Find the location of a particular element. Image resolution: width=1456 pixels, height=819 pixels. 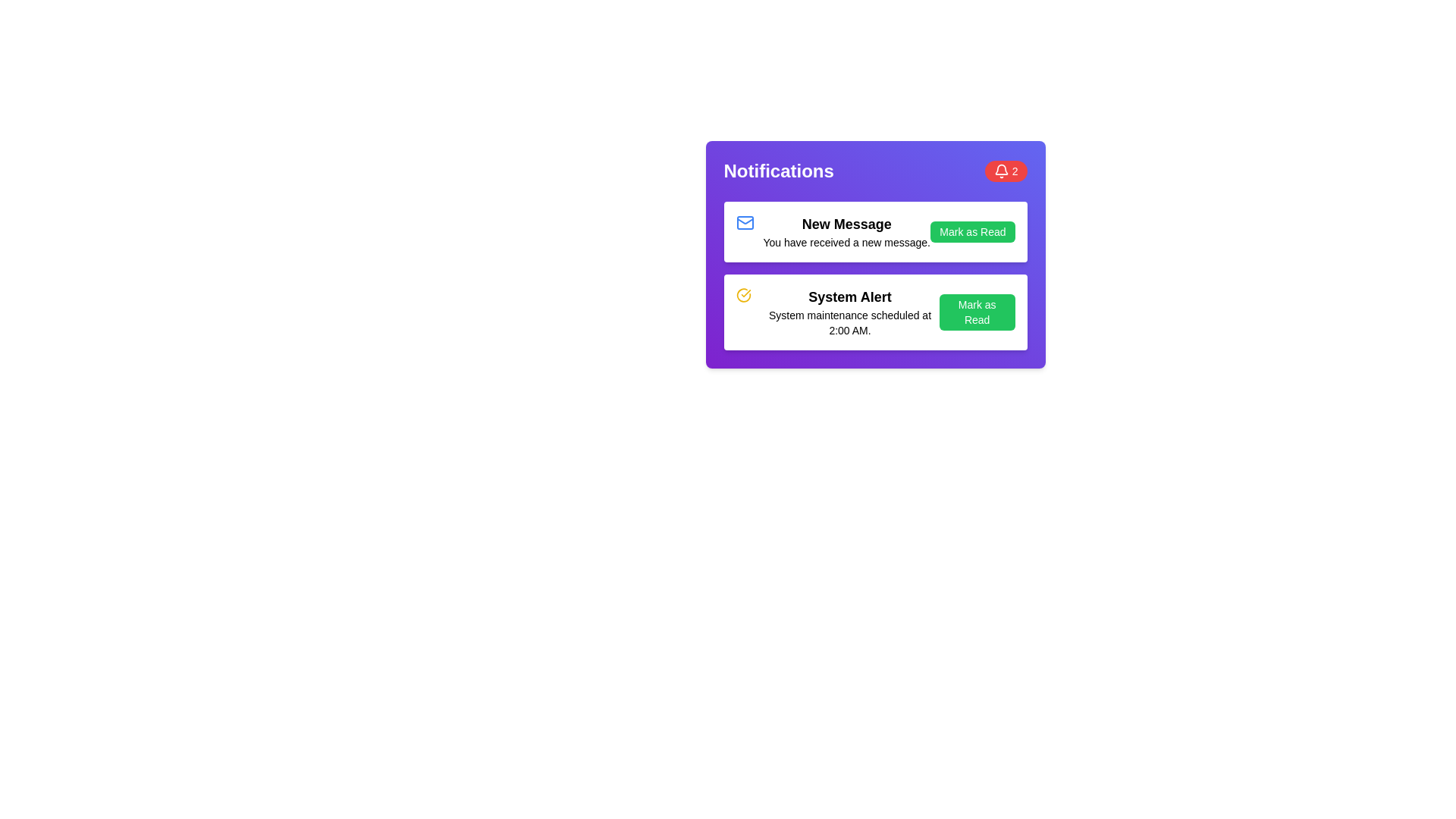

the 'New Message' notification summary element, which displays a bold heading and a message indicating a new message has been received is located at coordinates (832, 231).